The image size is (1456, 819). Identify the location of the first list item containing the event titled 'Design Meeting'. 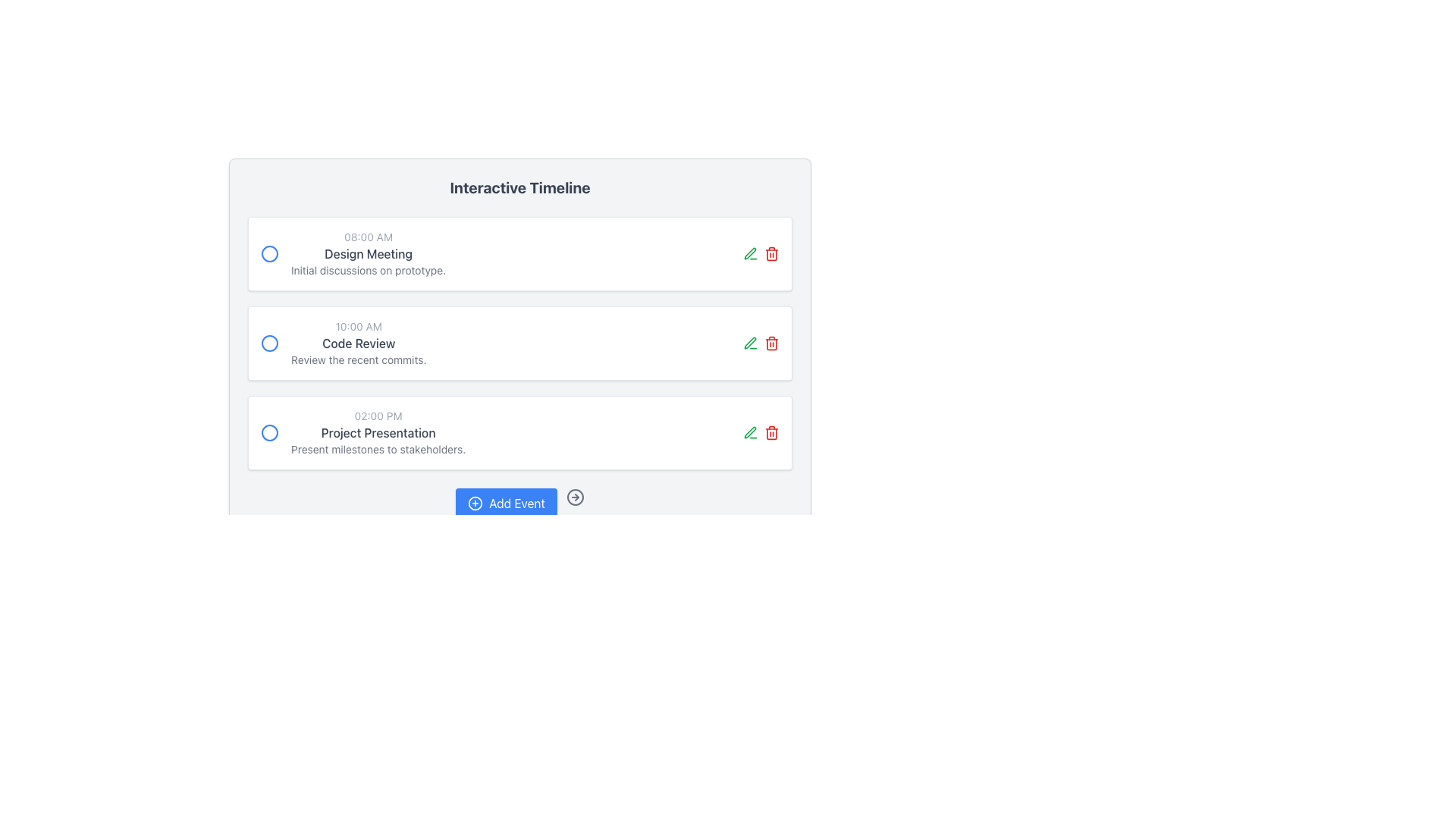
(353, 253).